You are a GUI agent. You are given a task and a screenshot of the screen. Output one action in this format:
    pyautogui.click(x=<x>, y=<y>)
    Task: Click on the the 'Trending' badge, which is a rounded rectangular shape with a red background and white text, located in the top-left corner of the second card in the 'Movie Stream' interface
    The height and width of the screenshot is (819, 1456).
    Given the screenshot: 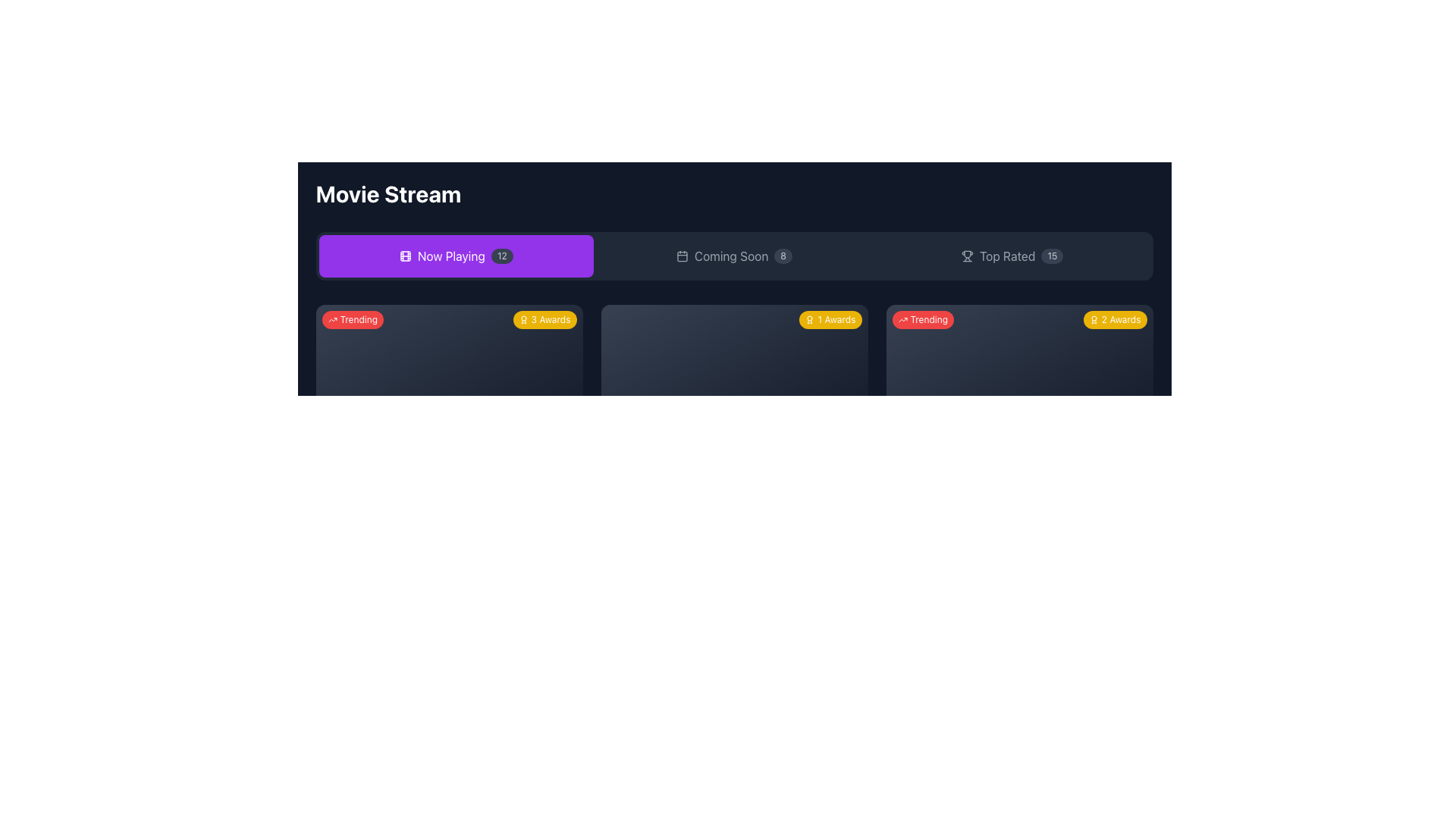 What is the action you would take?
    pyautogui.click(x=922, y=318)
    